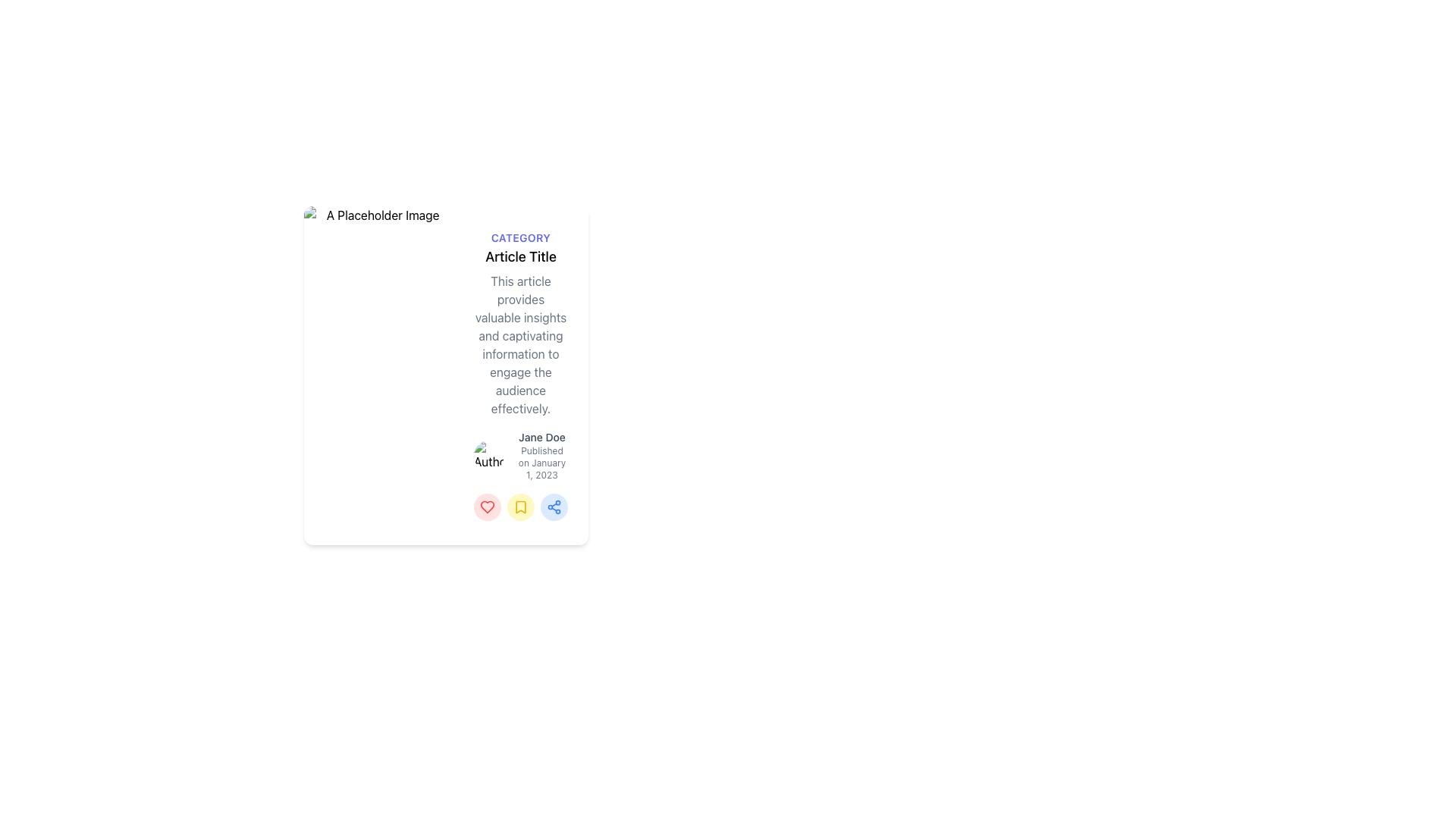 Image resolution: width=1456 pixels, height=819 pixels. I want to click on the bookmark button located in the bottom section of the card layout, positioned between the red heart button and the blue share button, so click(520, 506).